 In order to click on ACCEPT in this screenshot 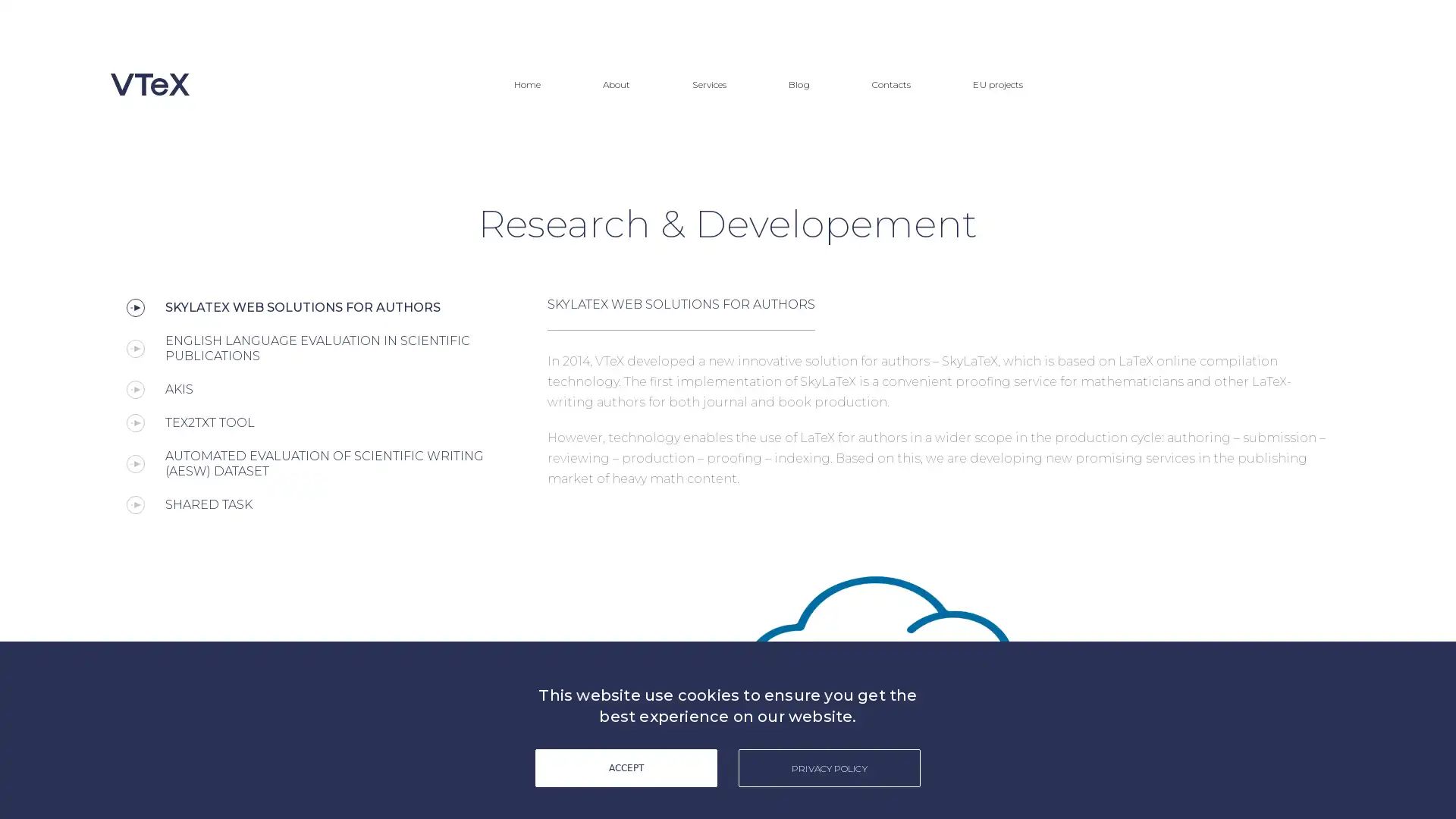, I will do `click(626, 768)`.